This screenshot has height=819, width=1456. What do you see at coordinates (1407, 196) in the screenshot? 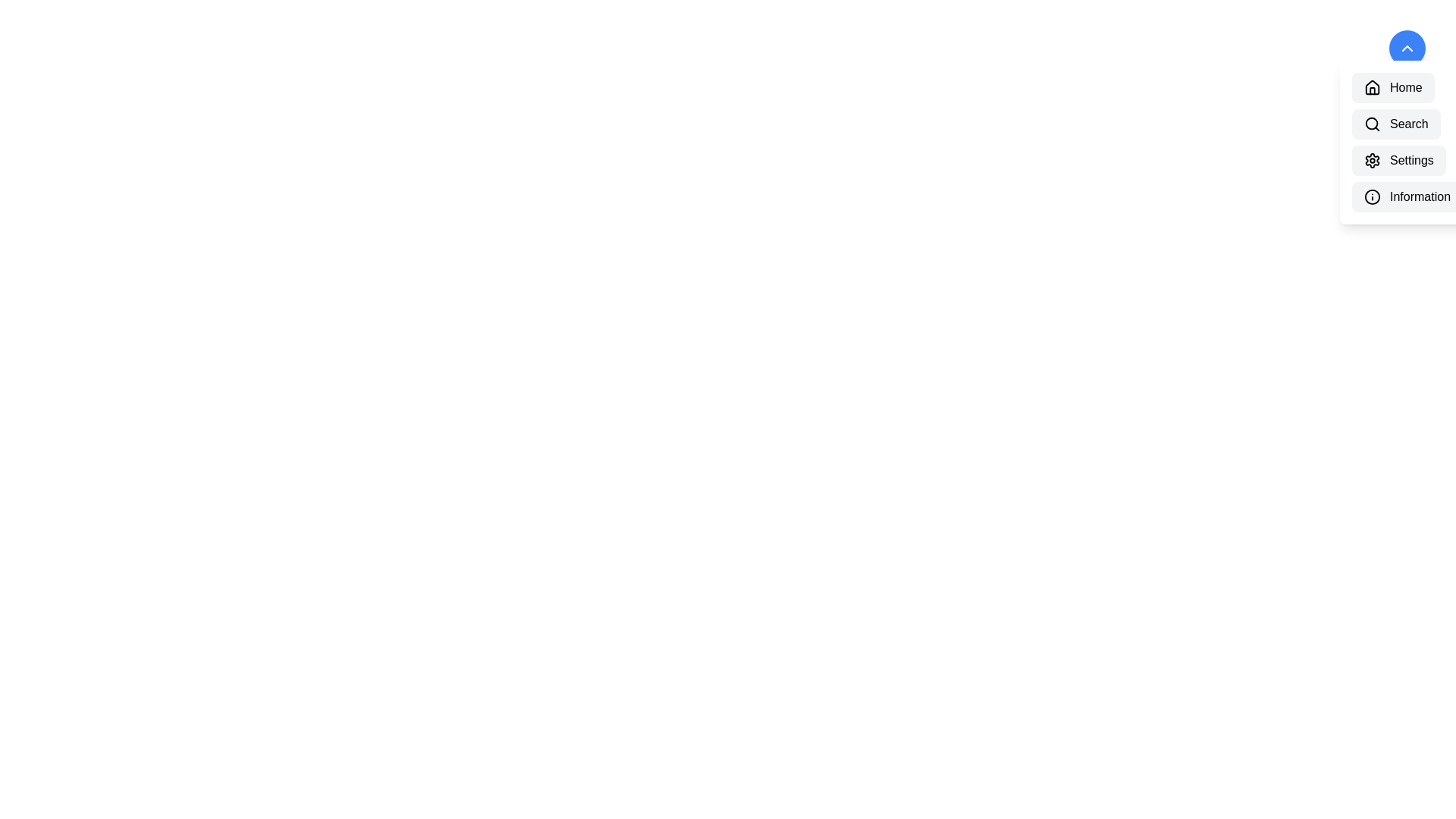
I see `the menu item labeled Information` at bounding box center [1407, 196].